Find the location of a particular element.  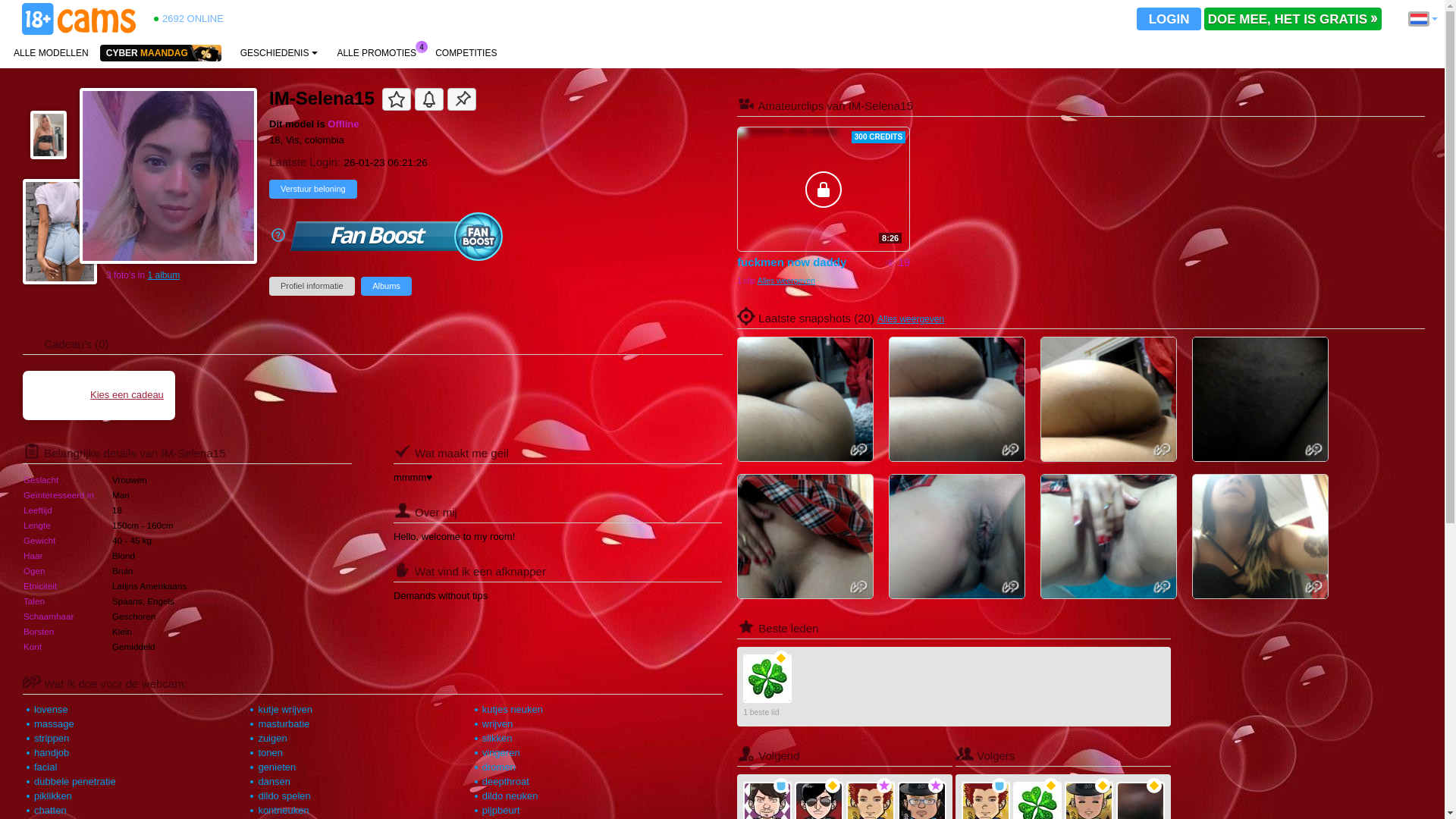

'tonen' is located at coordinates (270, 752).